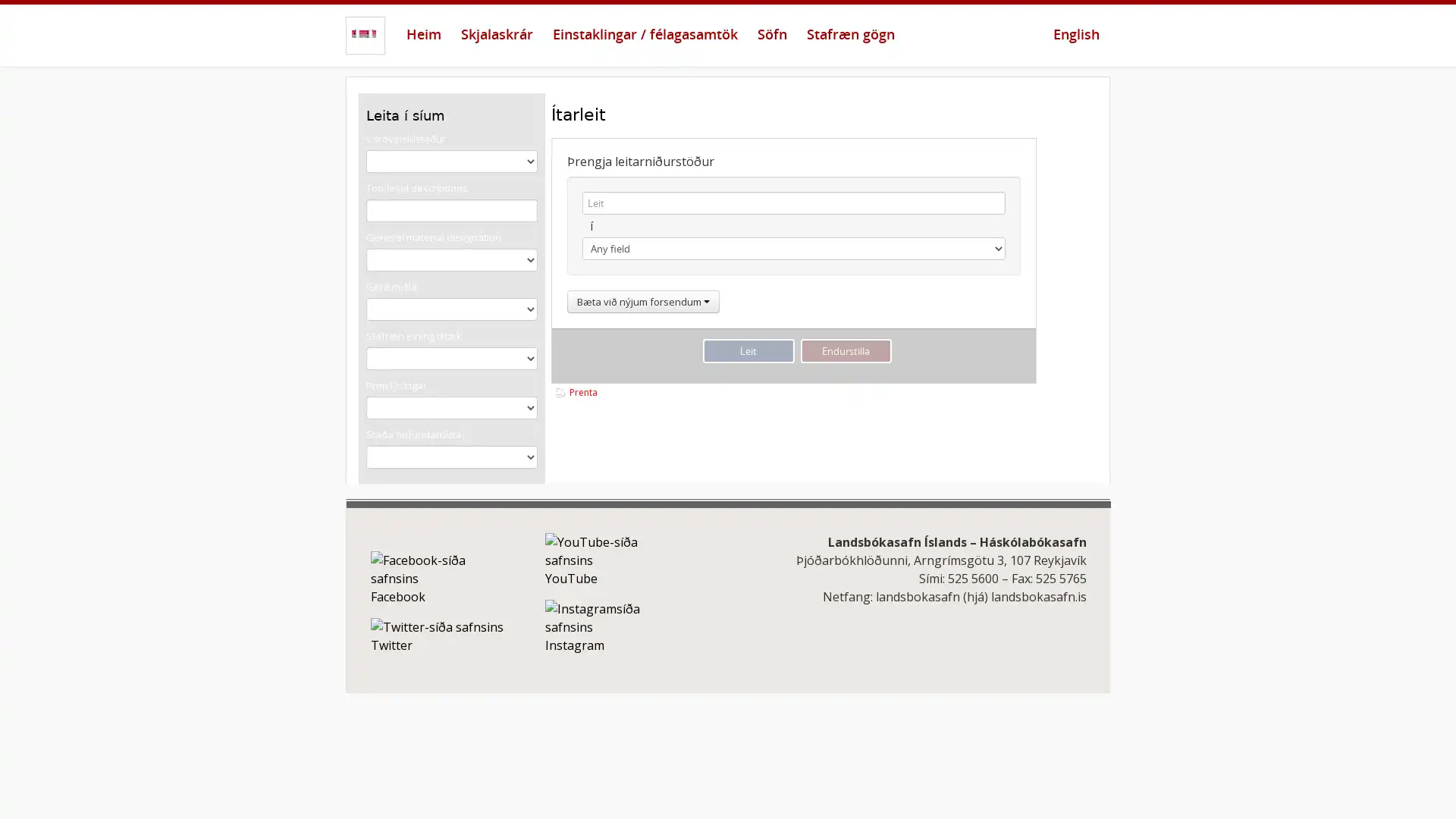 This screenshot has width=1456, height=819. Describe the element at coordinates (845, 350) in the screenshot. I see `Endurstilla` at that location.